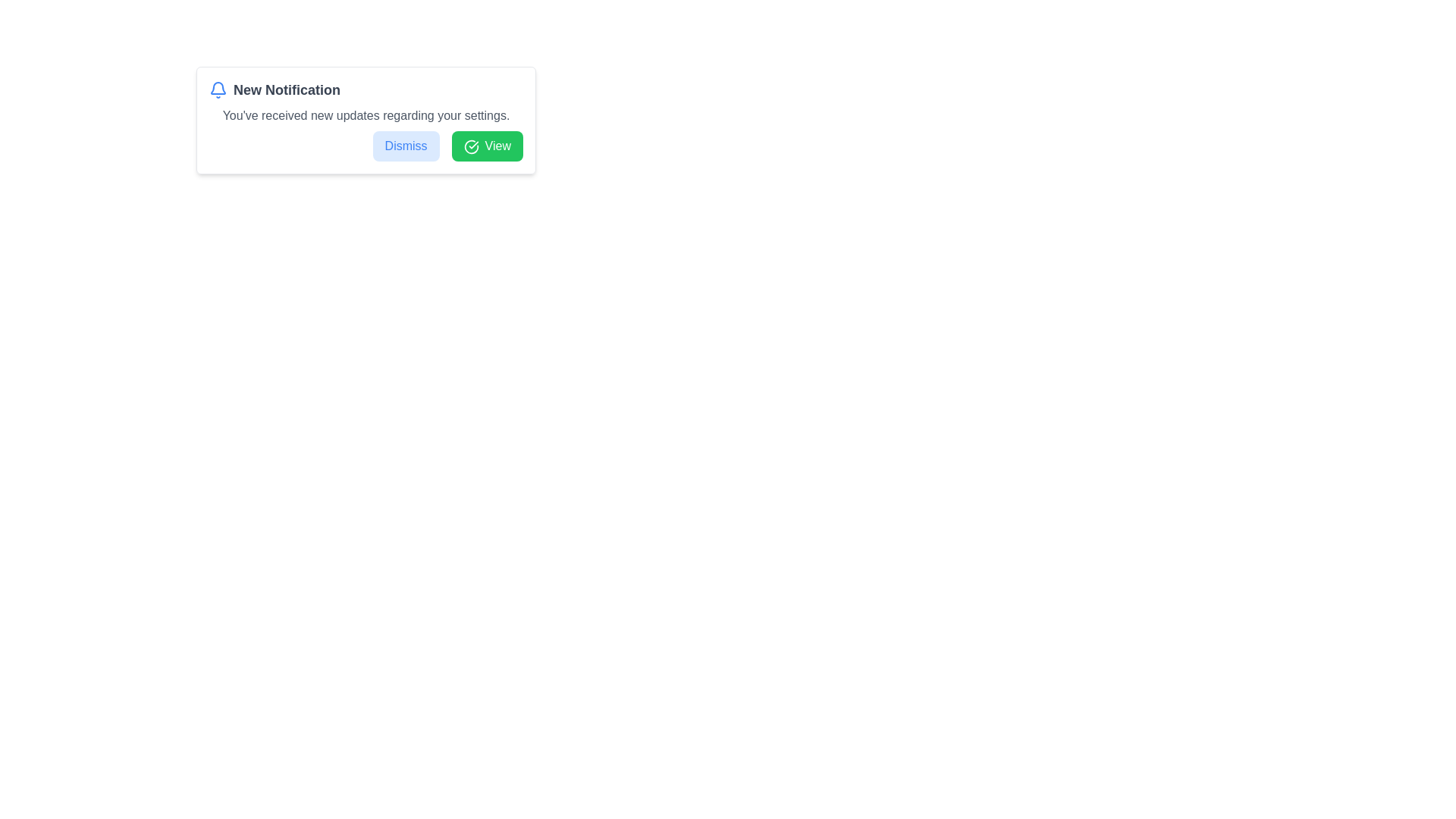  I want to click on the 'Dismiss' button, which is a rounded rectangular button with blue text on a light blue background, located to the left of the green 'View' button, so click(406, 146).